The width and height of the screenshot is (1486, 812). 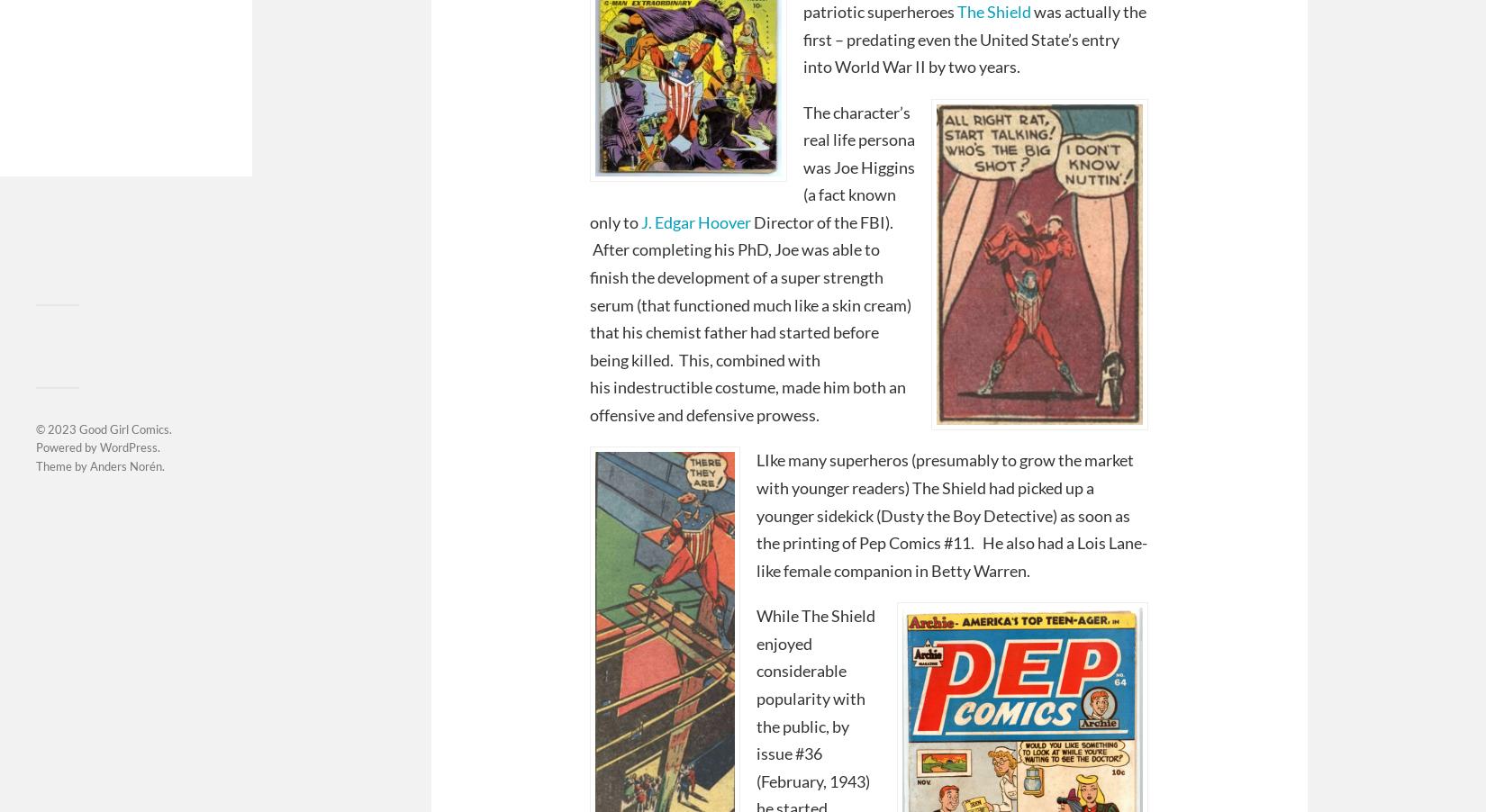 What do you see at coordinates (639, 221) in the screenshot?
I see `'J. Edgar Hoover'` at bounding box center [639, 221].